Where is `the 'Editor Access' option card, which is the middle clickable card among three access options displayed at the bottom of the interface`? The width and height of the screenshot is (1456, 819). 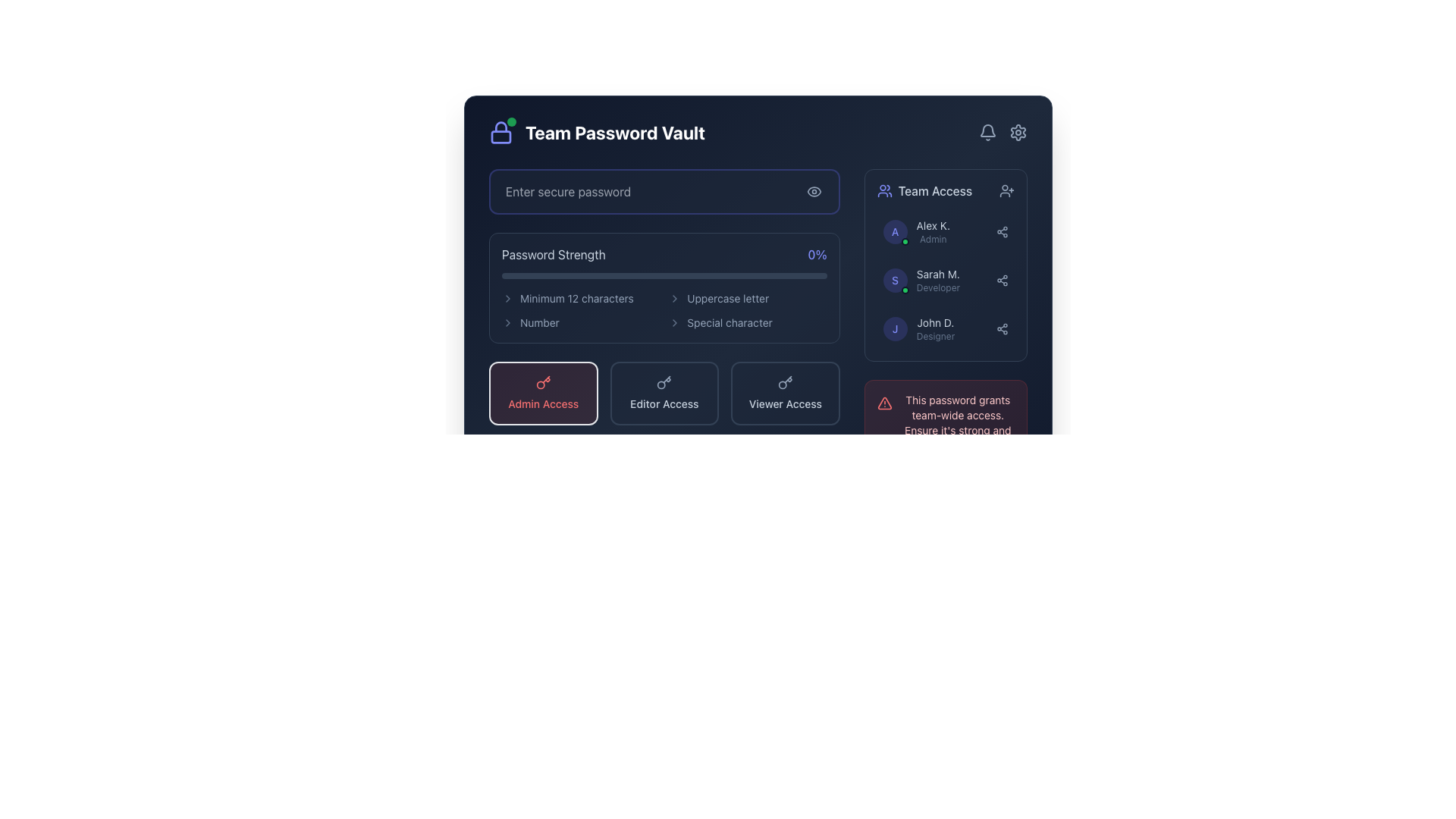 the 'Editor Access' option card, which is the middle clickable card among three access options displayed at the bottom of the interface is located at coordinates (664, 393).